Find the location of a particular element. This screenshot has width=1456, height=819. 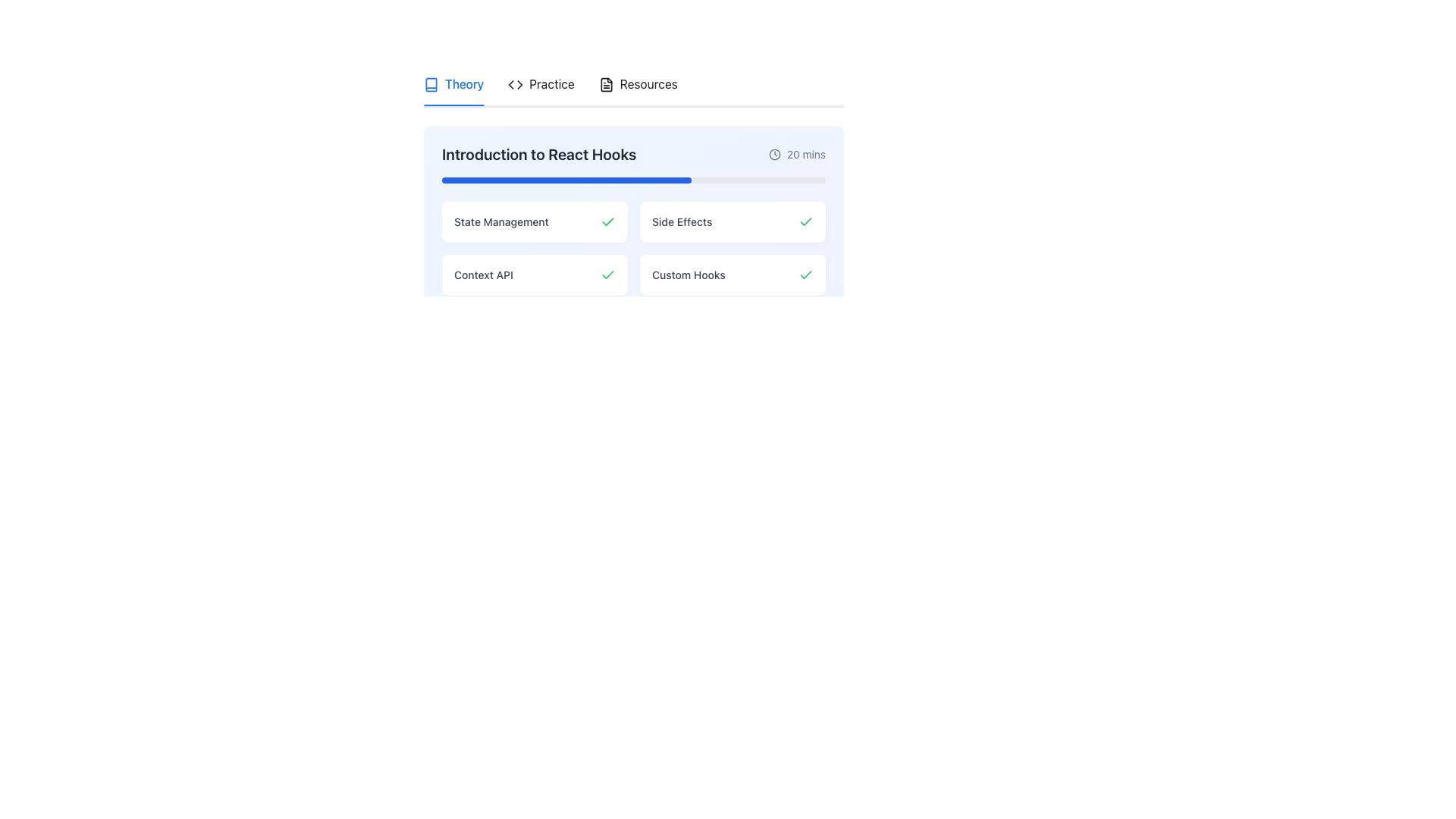

the 'Practice' tab in the navigation bar is located at coordinates (550, 84).